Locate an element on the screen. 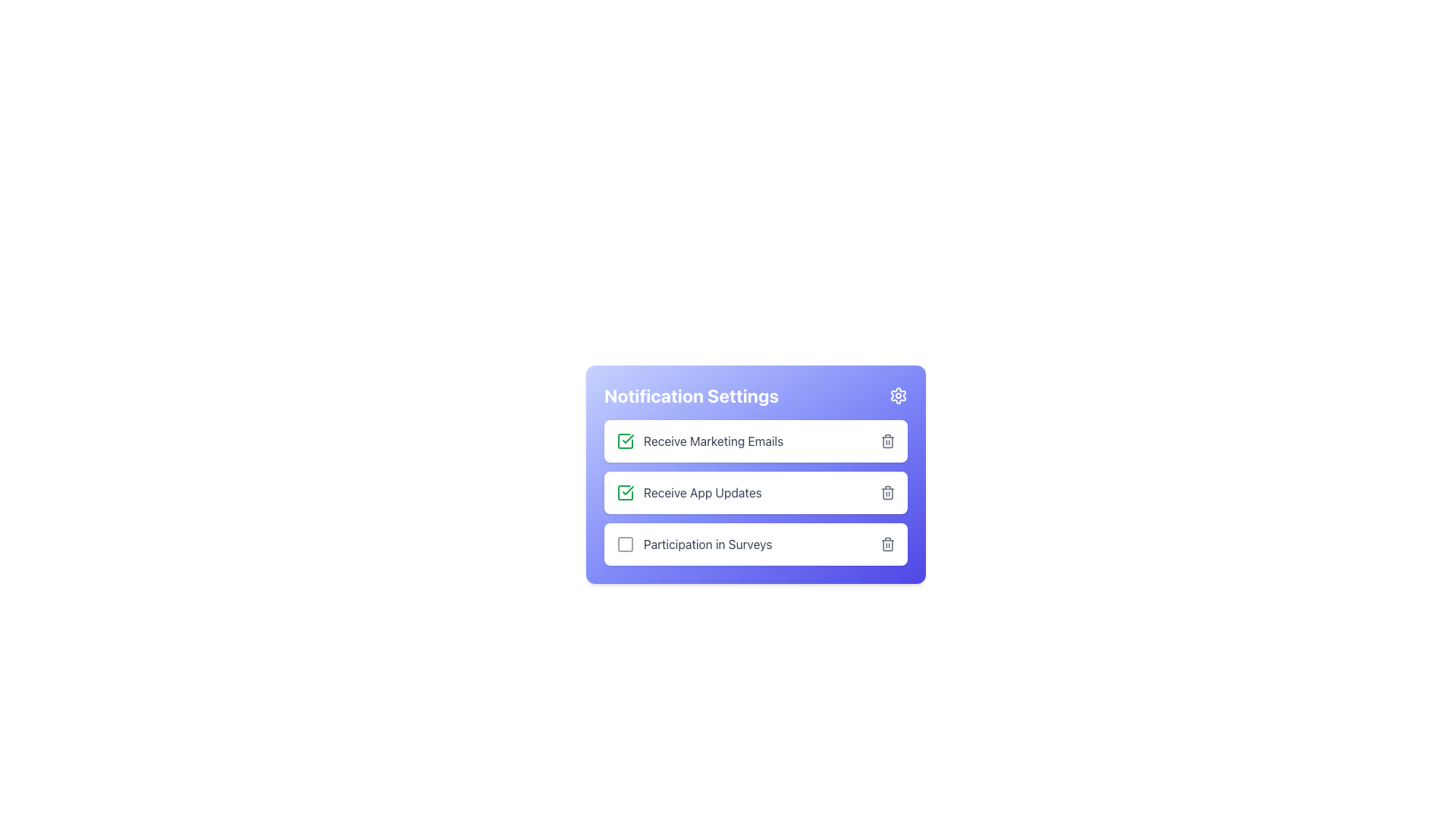 This screenshot has width=1456, height=819. the label 'Receive Marketing Emails' of the active checkbox located on the left side of the first item in a vertical list of checkbox entries is located at coordinates (699, 441).